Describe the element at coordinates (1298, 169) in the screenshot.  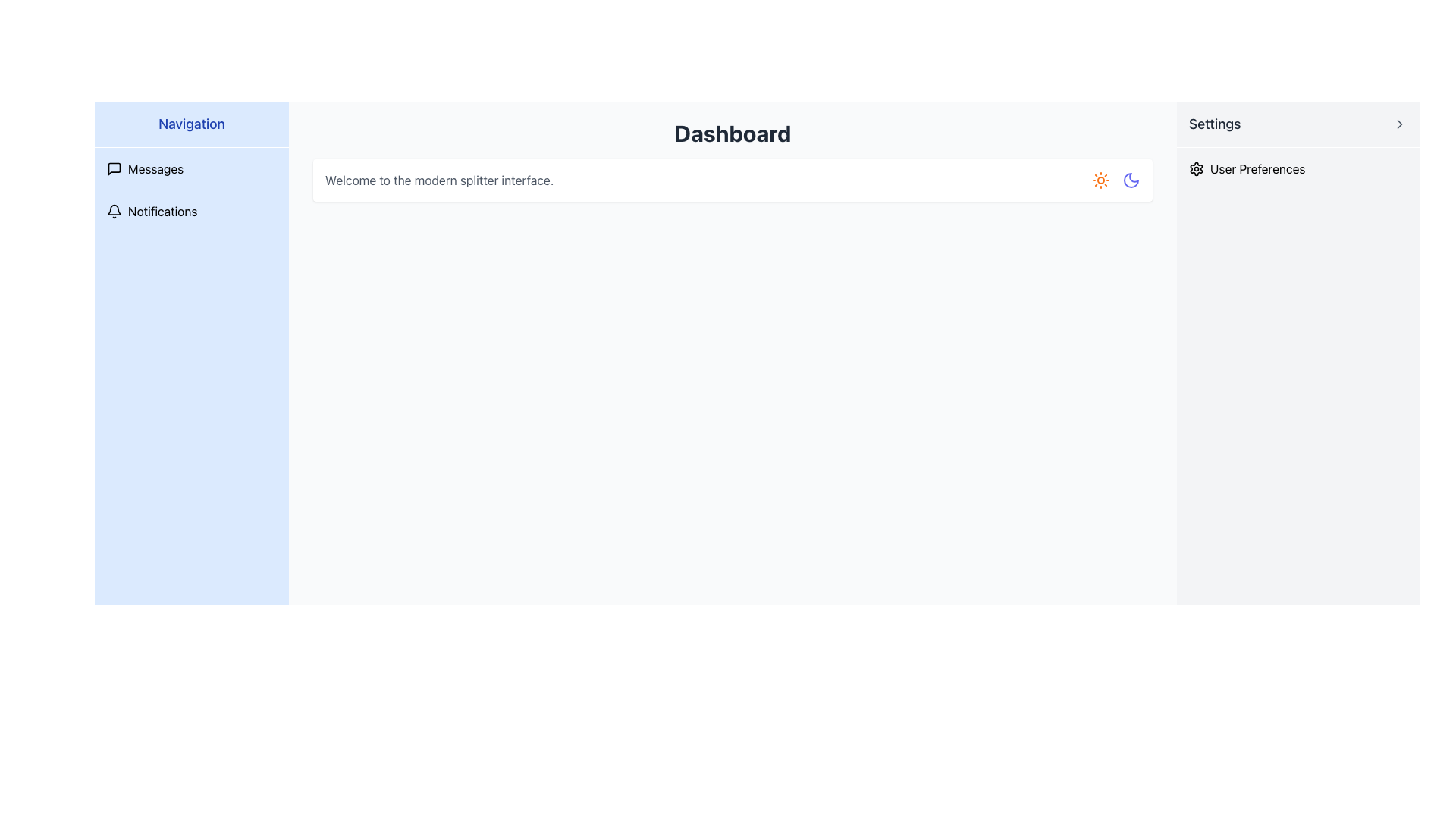
I see `the navigation link styled as a menu item under the 'Settings' section in the right-hand sidebar` at that location.